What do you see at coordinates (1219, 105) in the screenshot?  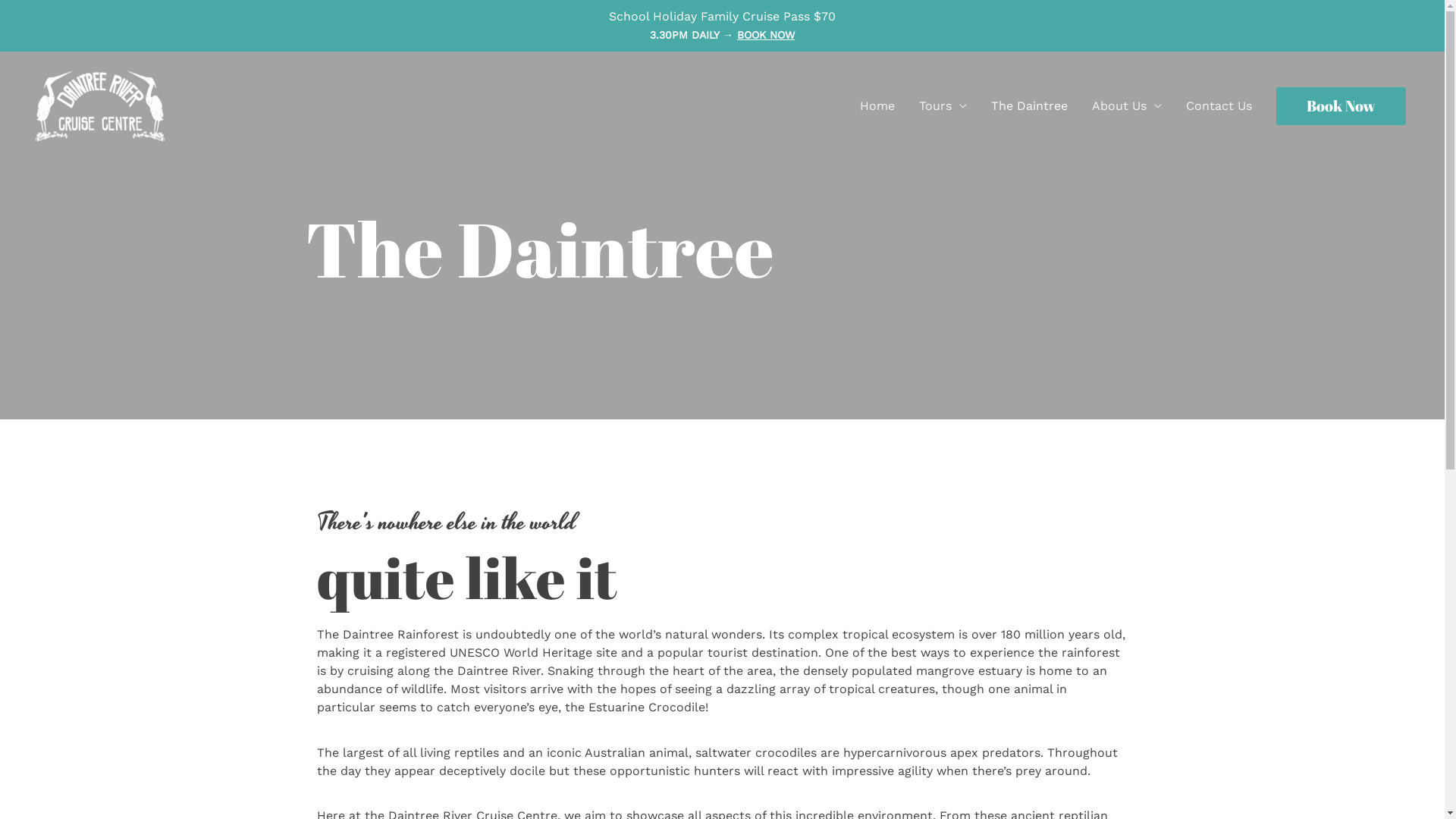 I see `'Contact Us'` at bounding box center [1219, 105].